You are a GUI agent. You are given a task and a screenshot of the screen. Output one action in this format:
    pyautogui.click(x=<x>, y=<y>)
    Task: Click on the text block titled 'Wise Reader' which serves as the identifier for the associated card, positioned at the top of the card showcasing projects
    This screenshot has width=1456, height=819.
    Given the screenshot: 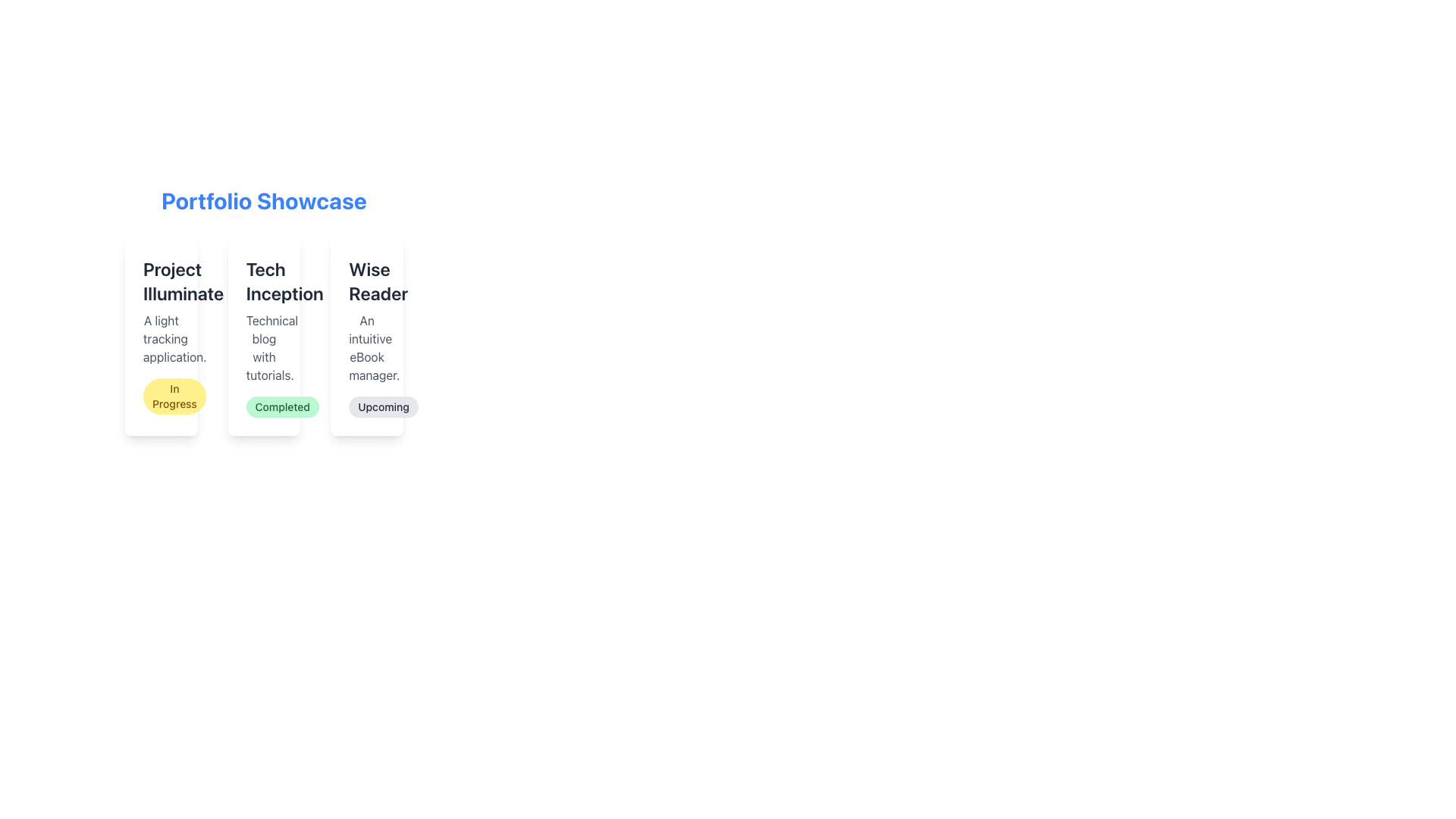 What is the action you would take?
    pyautogui.click(x=367, y=281)
    